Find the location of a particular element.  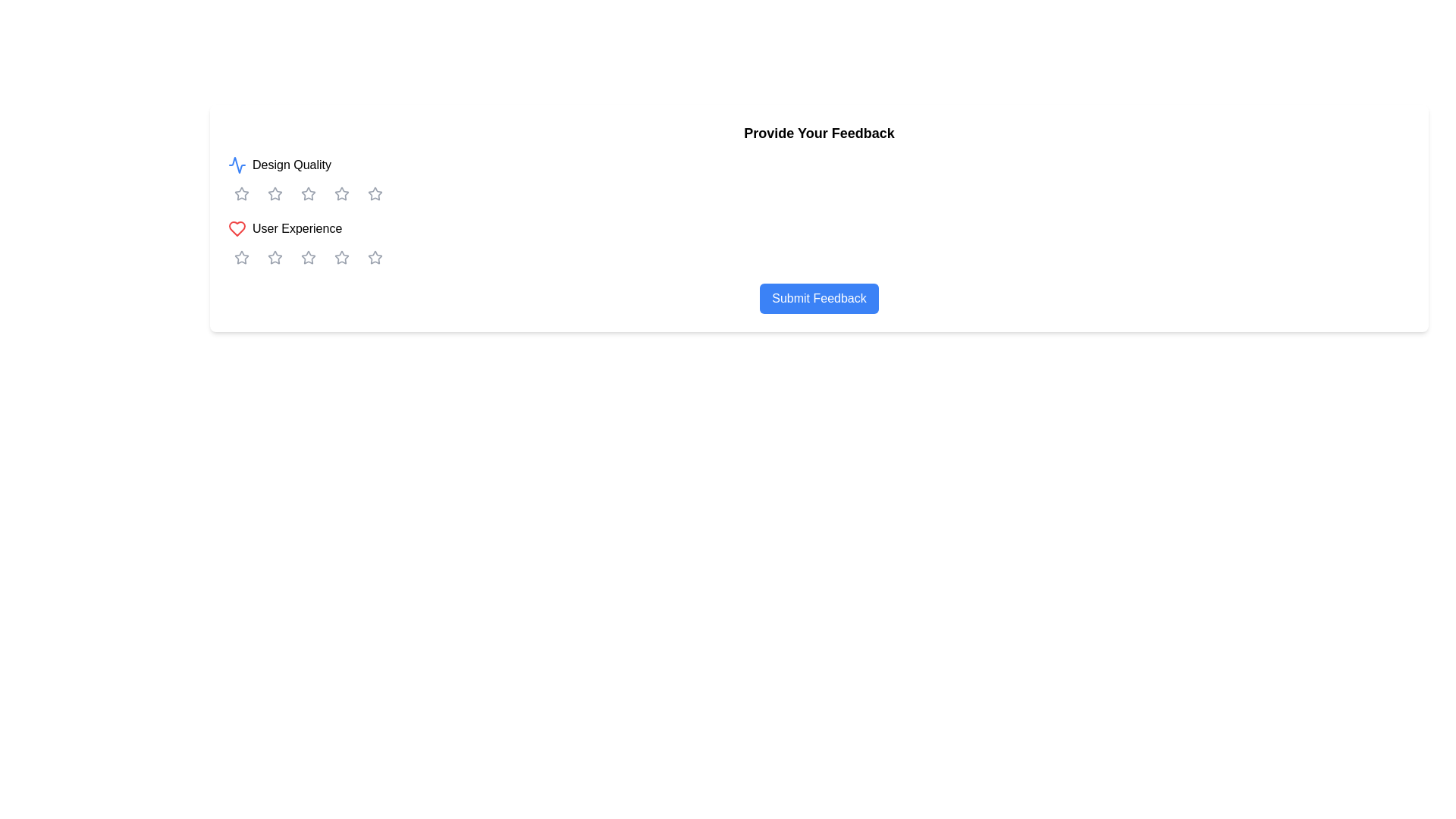

the fifth outlined star icon for ratings under the 'Design Quality' section to reset the selection is located at coordinates (341, 193).